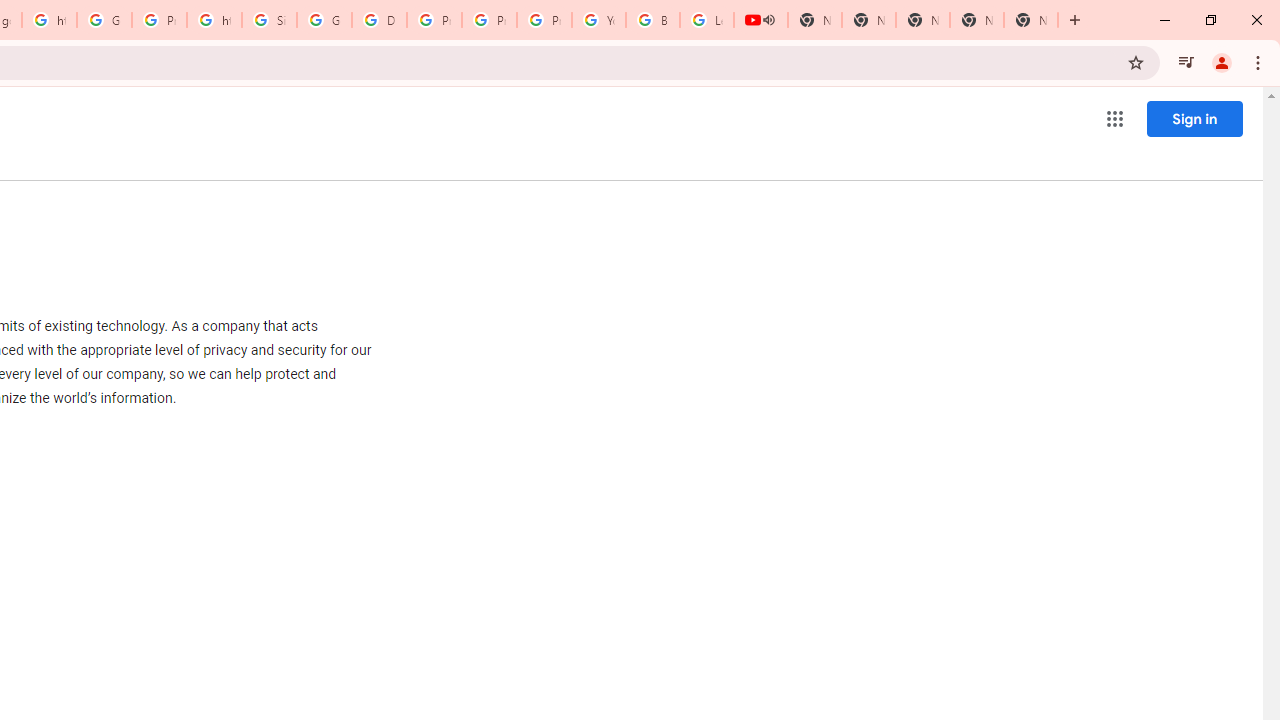  I want to click on 'Sign in - Google Accounts', so click(268, 20).